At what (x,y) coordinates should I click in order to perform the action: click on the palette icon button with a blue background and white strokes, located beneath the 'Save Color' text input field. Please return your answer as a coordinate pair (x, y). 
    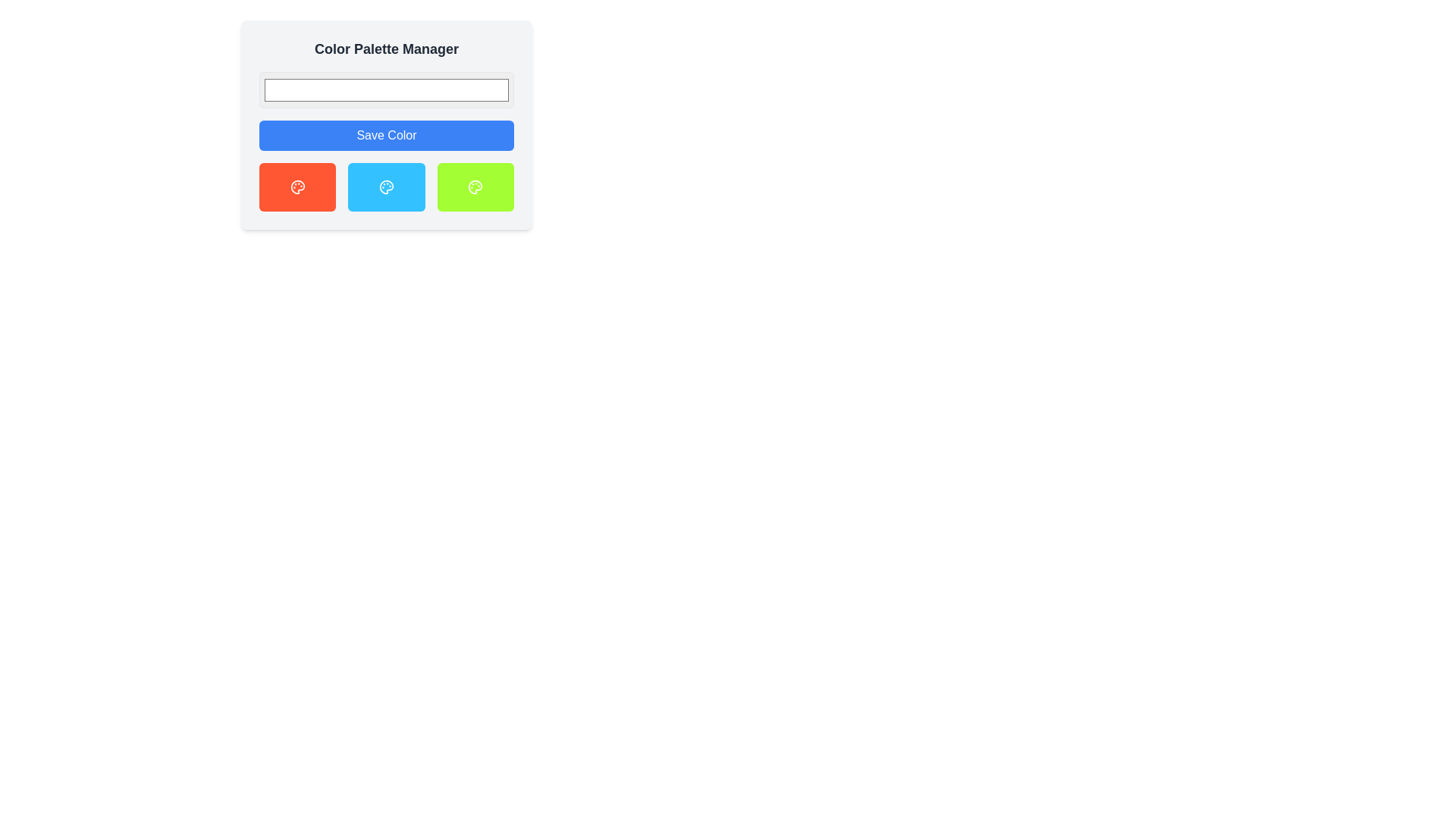
    Looking at the image, I should click on (386, 186).